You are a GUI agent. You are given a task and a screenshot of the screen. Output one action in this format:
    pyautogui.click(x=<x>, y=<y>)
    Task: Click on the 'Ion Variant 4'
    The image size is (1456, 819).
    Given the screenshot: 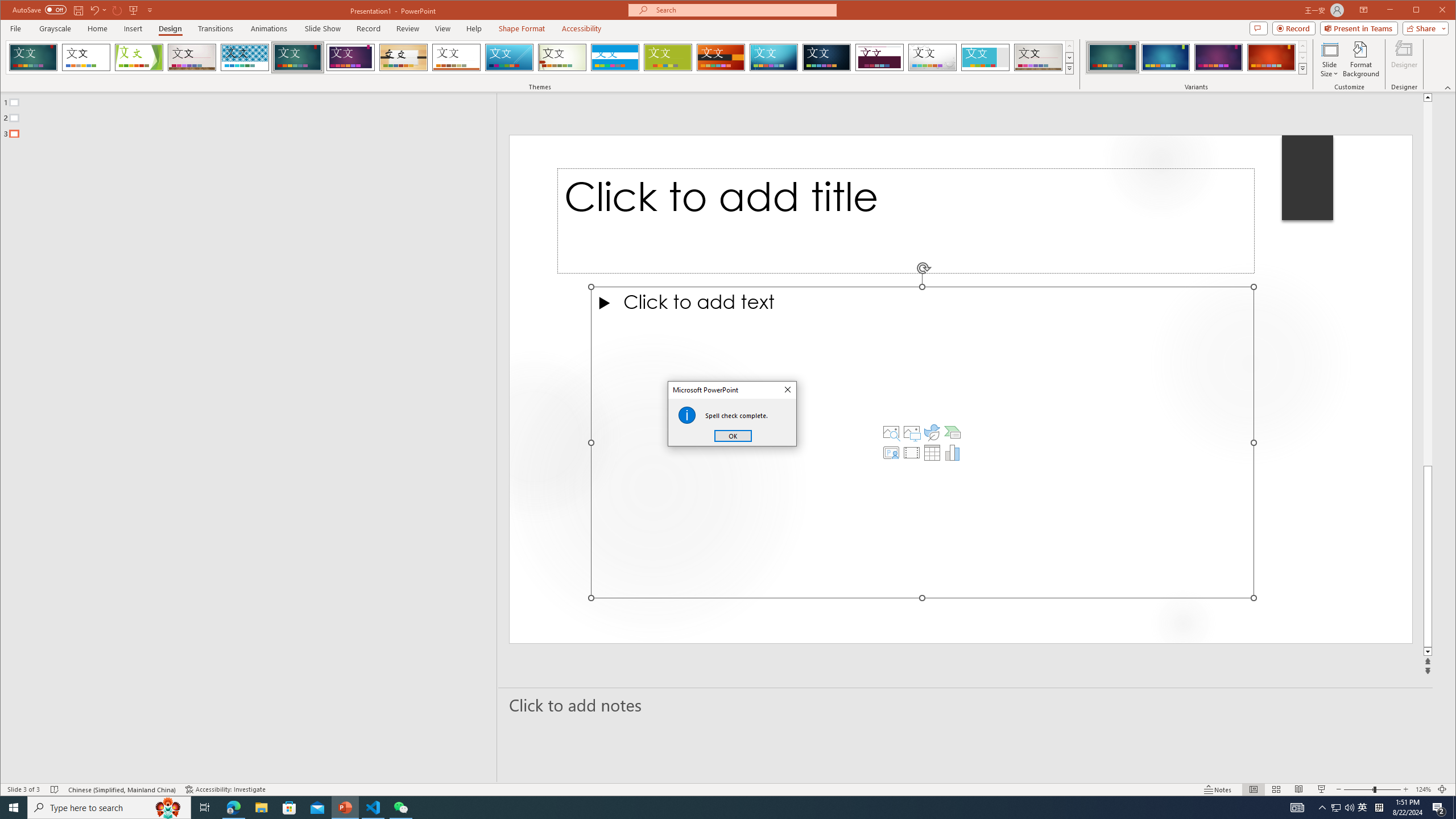 What is the action you would take?
    pyautogui.click(x=1270, y=57)
    